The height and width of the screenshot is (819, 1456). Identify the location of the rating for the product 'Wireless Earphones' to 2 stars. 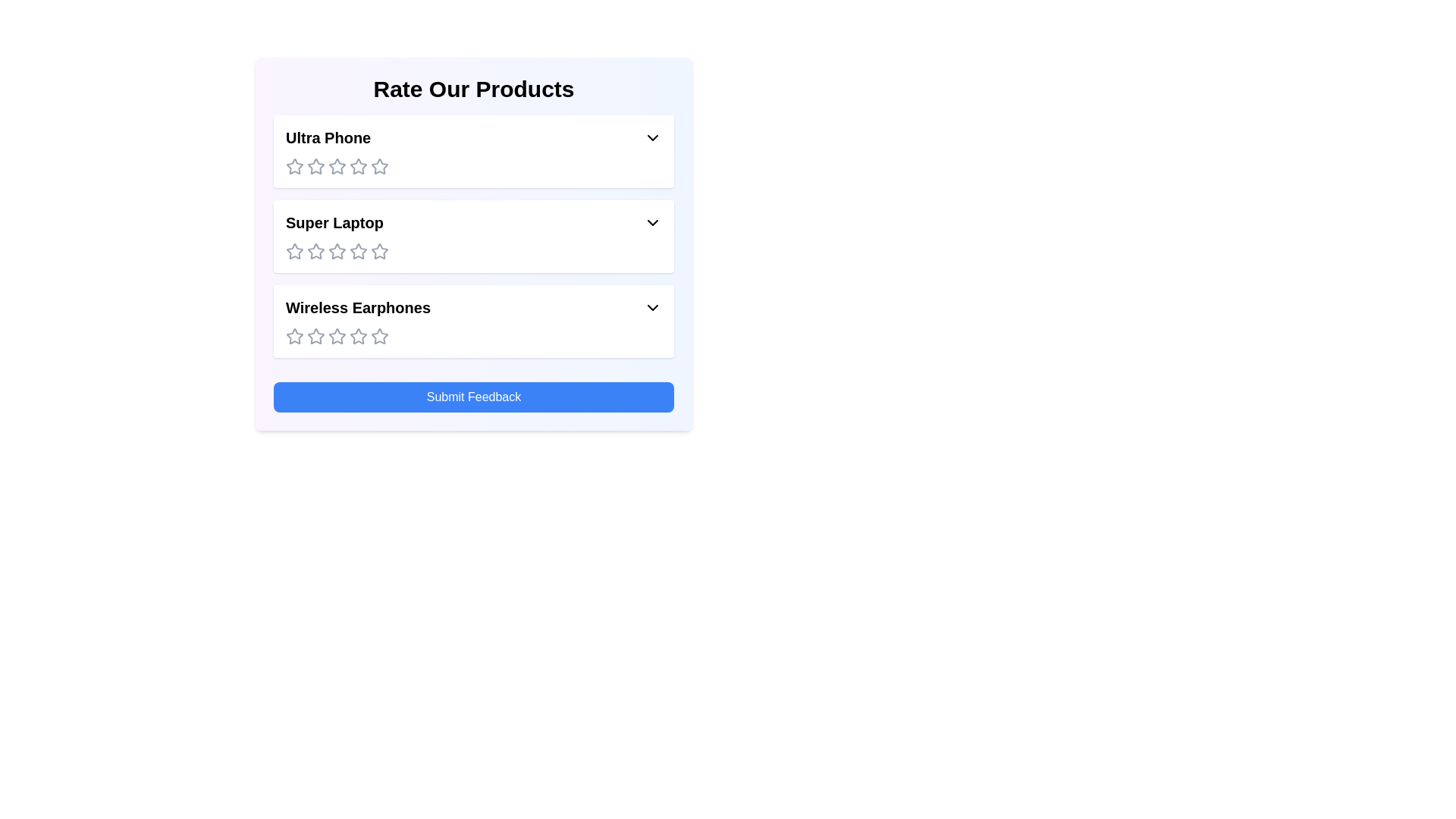
(315, 335).